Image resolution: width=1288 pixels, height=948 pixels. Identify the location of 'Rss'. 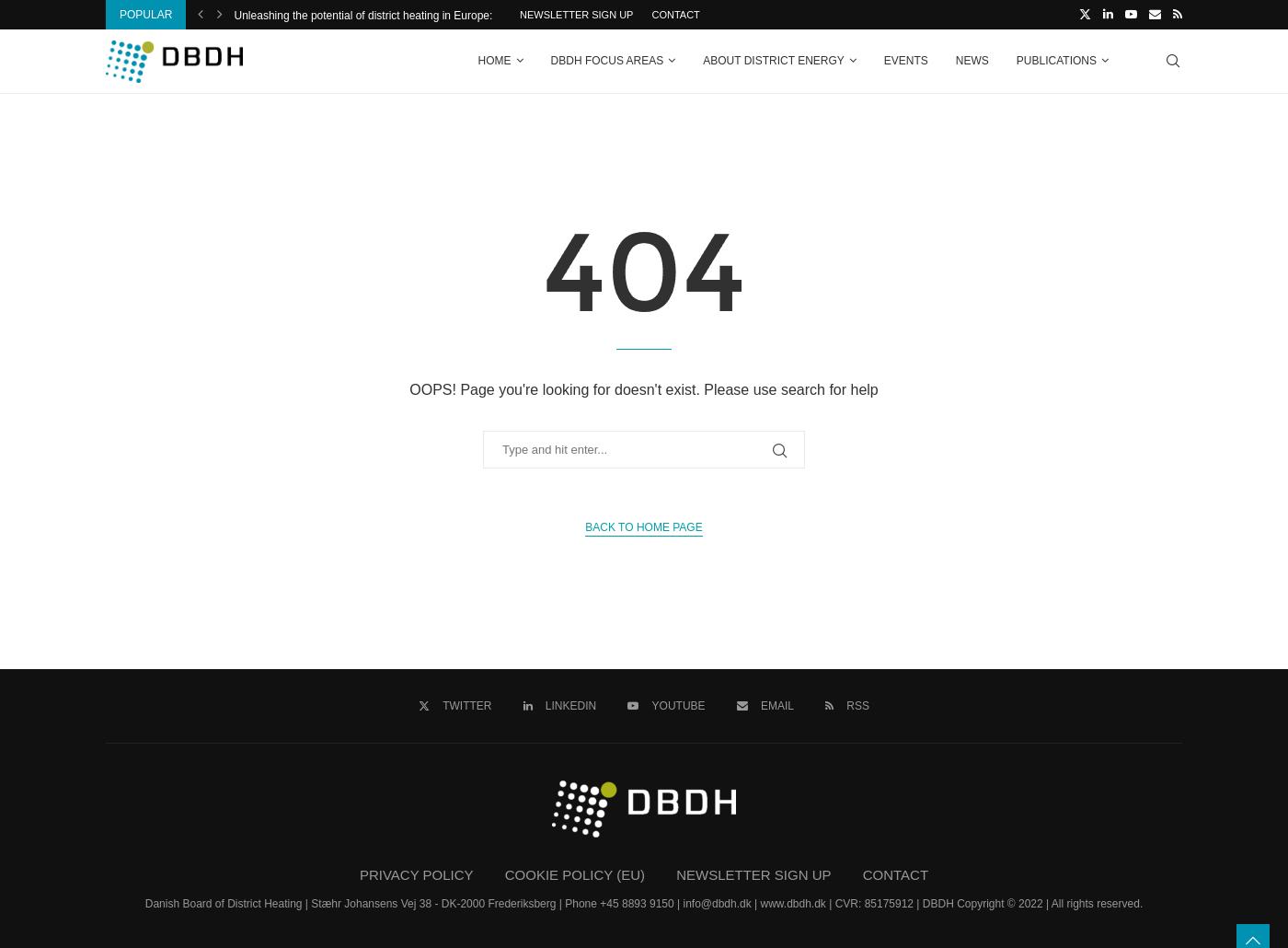
(857, 705).